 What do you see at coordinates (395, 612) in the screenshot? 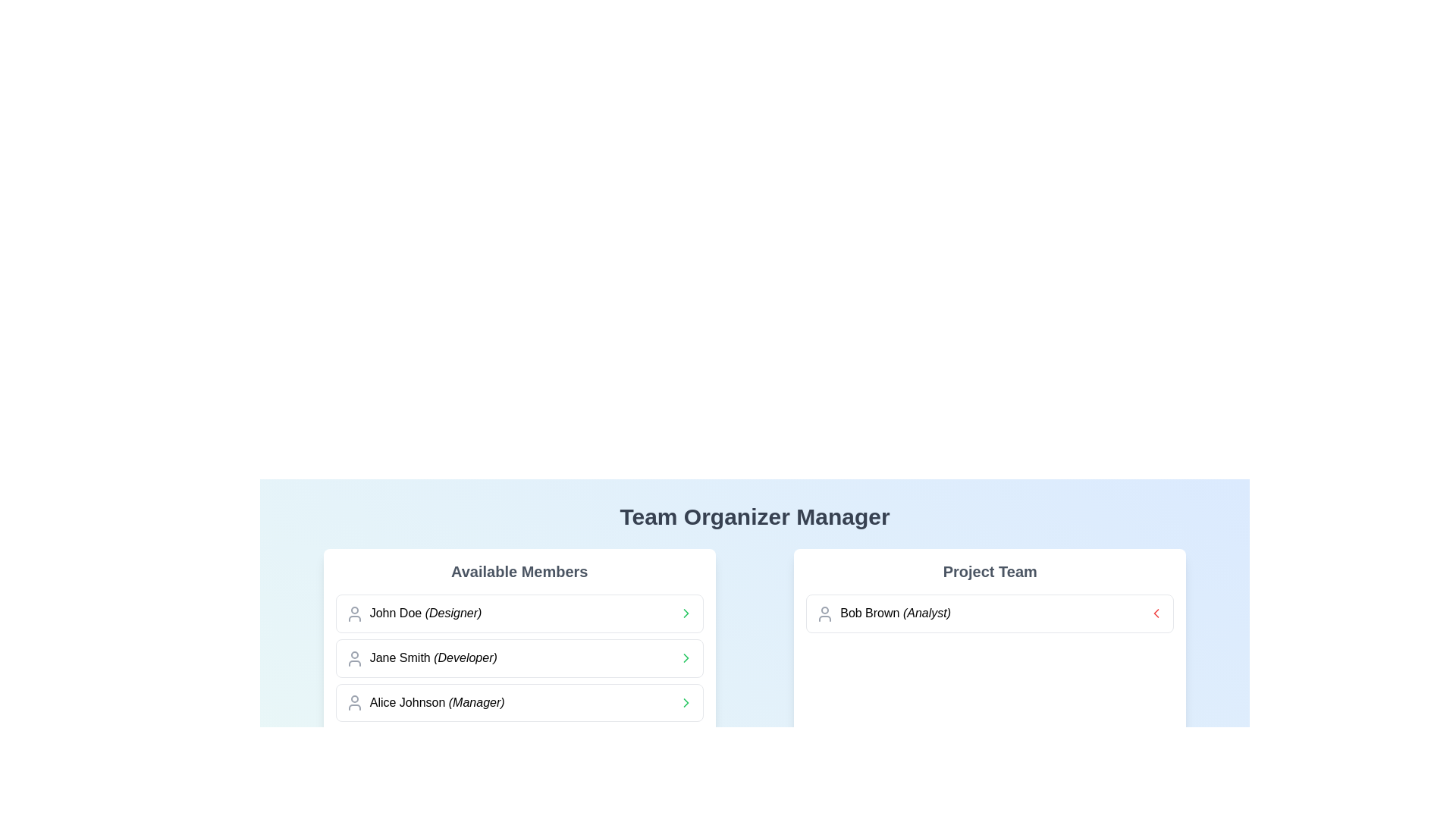
I see `the label displaying the name 'John Doe' in the first entry of the 'Available Members' list, which is positioned to the right of an icon and precedes '(Designer)'` at bounding box center [395, 612].